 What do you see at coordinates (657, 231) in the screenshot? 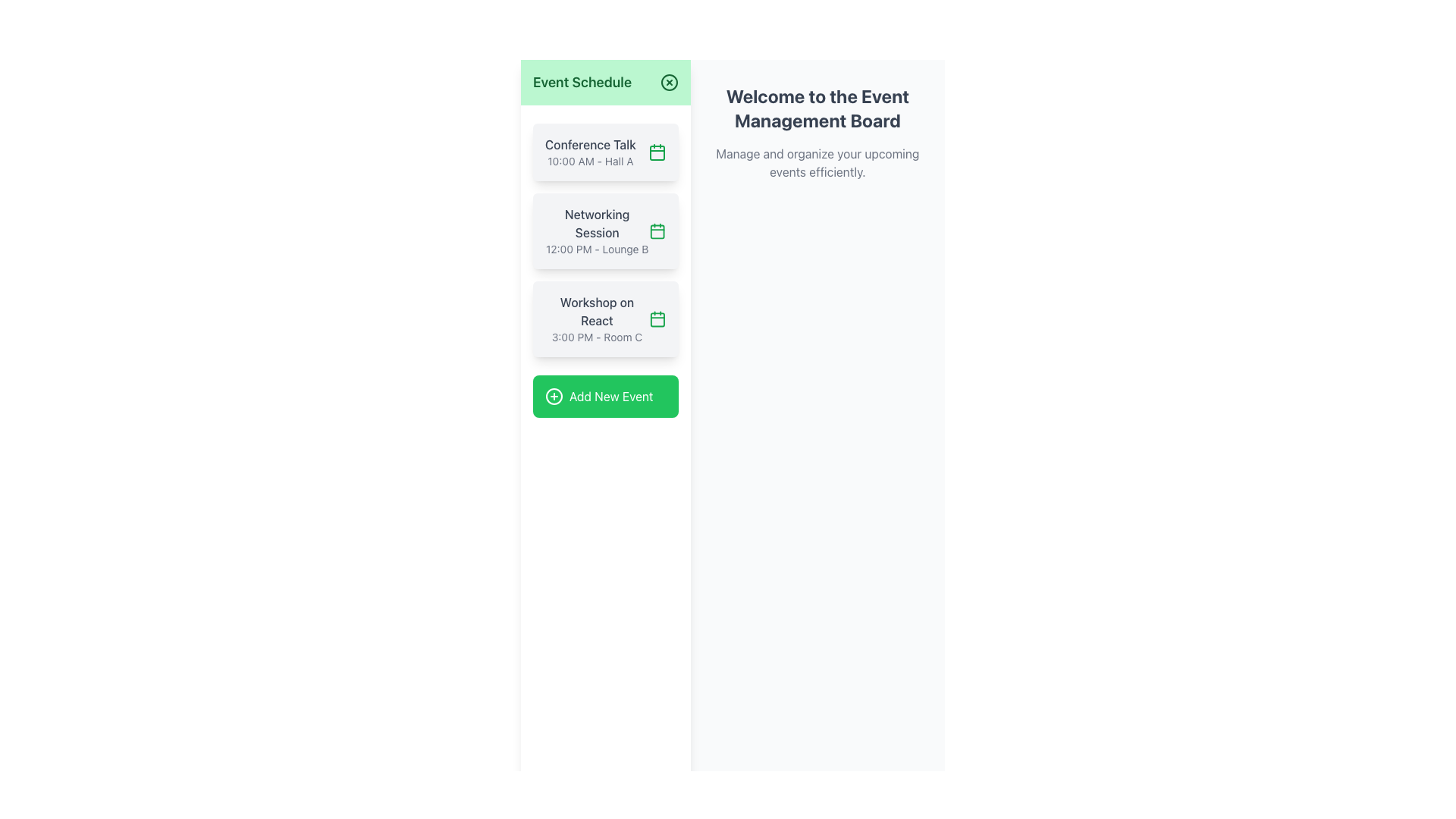
I see `the calendar icon located in the second item of the schedule listing for 'Networking Session 12:00 PM - Lounge B'` at bounding box center [657, 231].